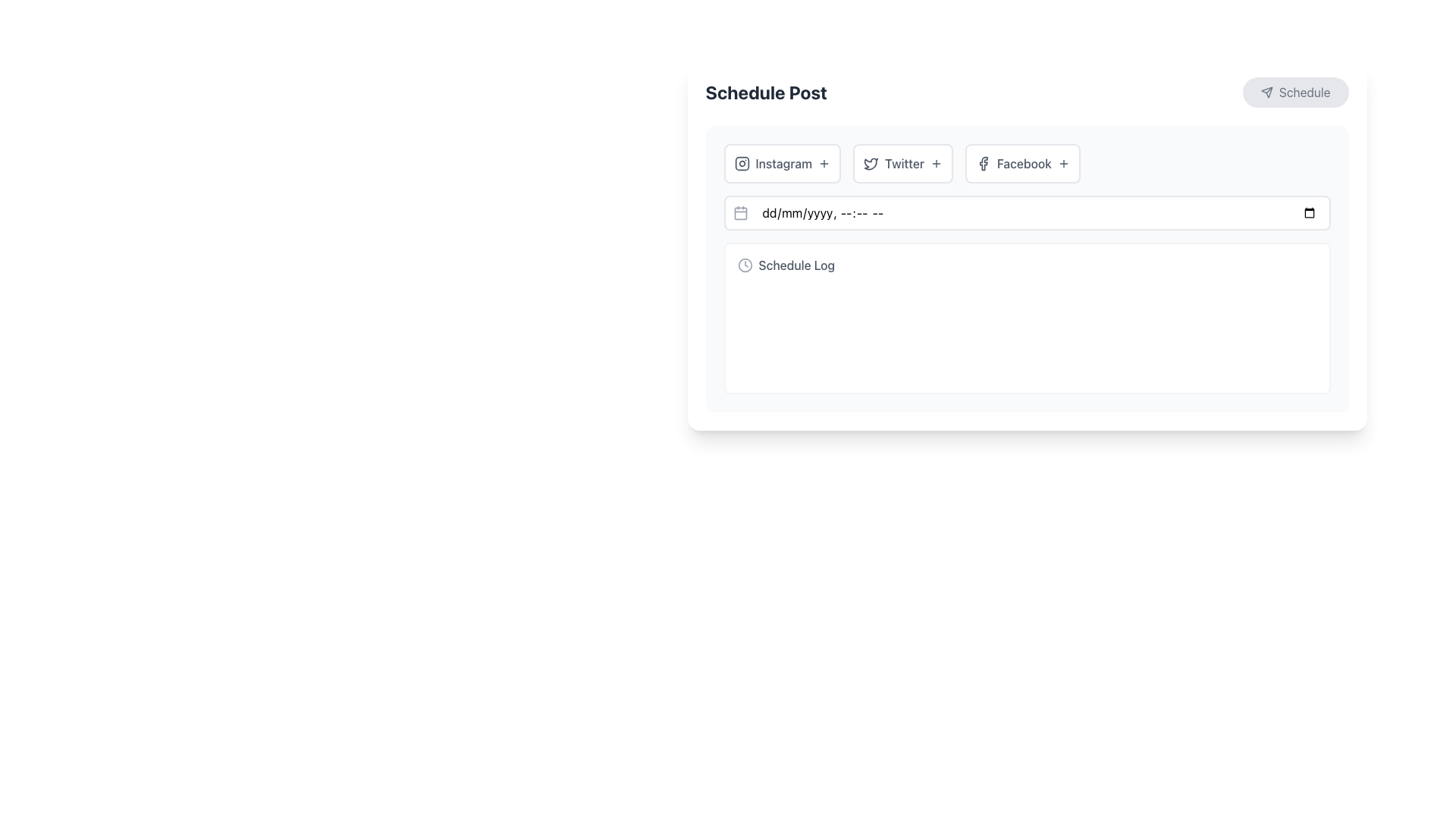 This screenshot has width=1456, height=819. I want to click on the Instagram icon located in the top-left section of the 'Schedule Post' interface, which is positioned within the button labeled 'Instagram', so click(742, 164).